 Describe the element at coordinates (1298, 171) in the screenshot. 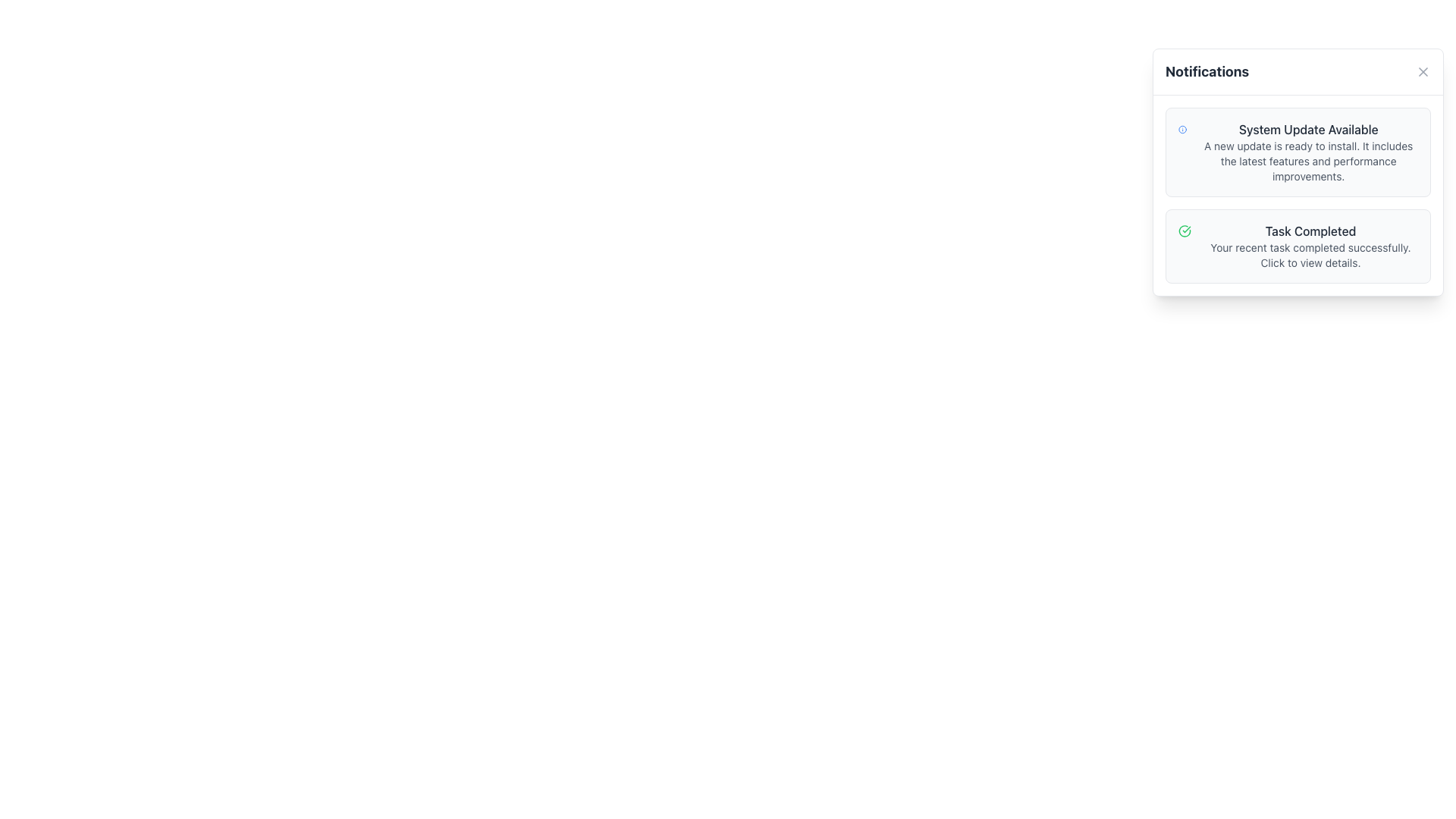

I see `text of the Notification Card titled 'System Update Available', which is styled in bold and contains a descriptive message` at that location.